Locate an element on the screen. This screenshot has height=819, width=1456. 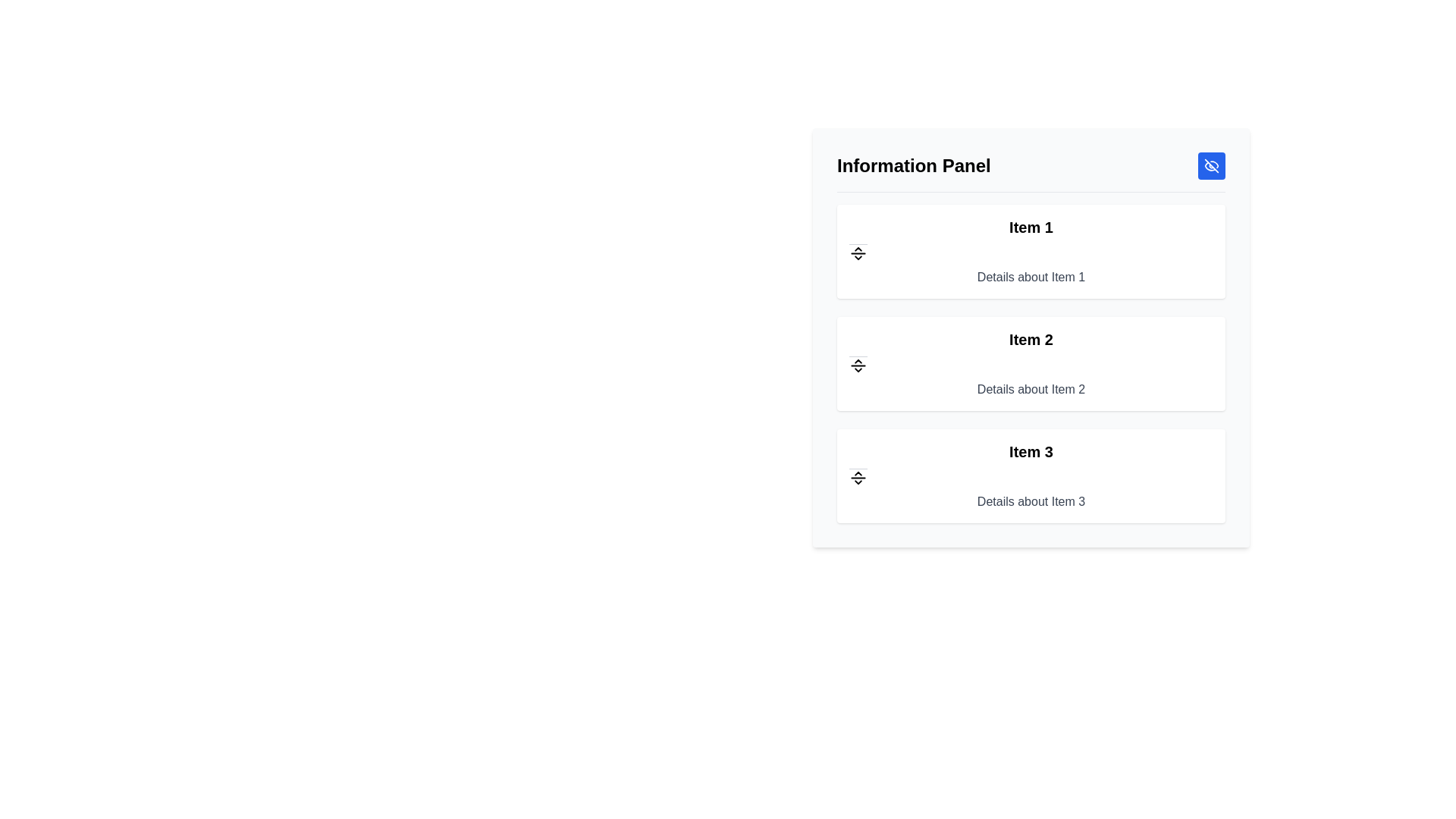
the horizontal separator with arrow indicators located between the title 'Item 3' and the descriptive text 'Details about Item 3' within the card labeled 'Item 3' is located at coordinates (858, 476).